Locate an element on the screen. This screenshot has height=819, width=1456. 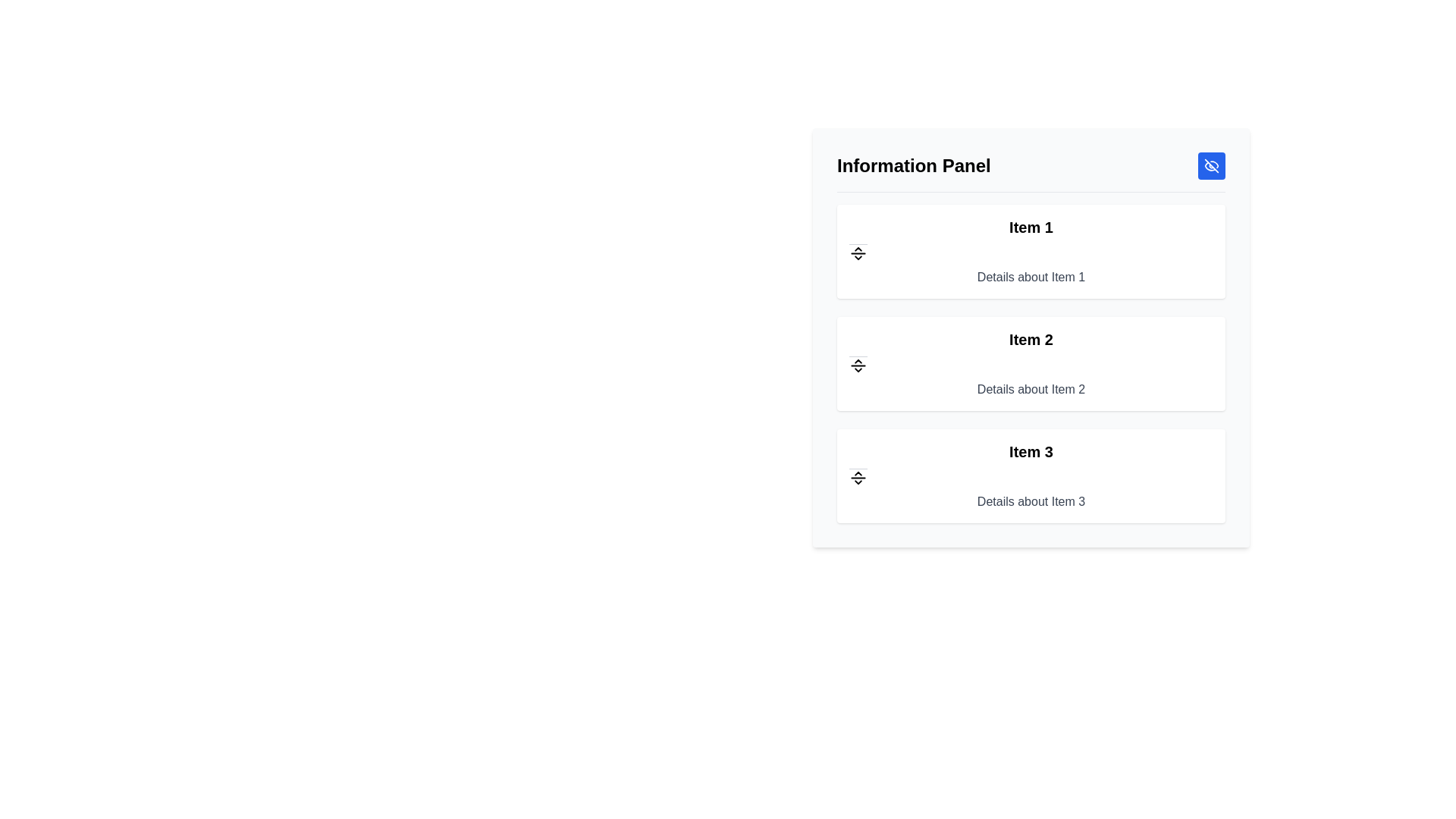
the horizontal separator with arrow indicators located between the title 'Item 3' and the descriptive text 'Details about Item 3' within the card labeled 'Item 3' is located at coordinates (858, 476).